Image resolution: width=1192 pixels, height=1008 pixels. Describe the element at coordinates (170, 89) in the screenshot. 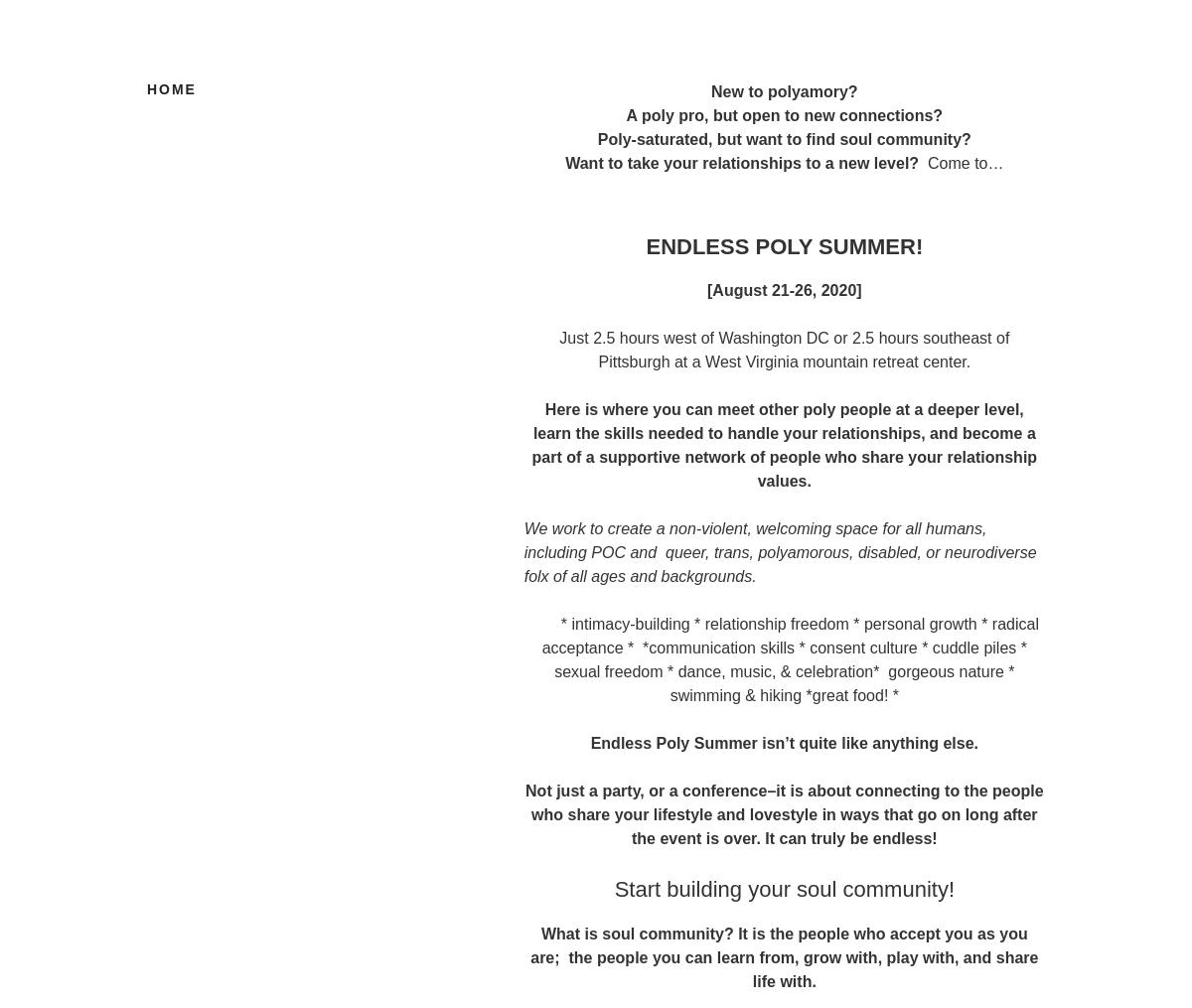

I see `'Home'` at that location.